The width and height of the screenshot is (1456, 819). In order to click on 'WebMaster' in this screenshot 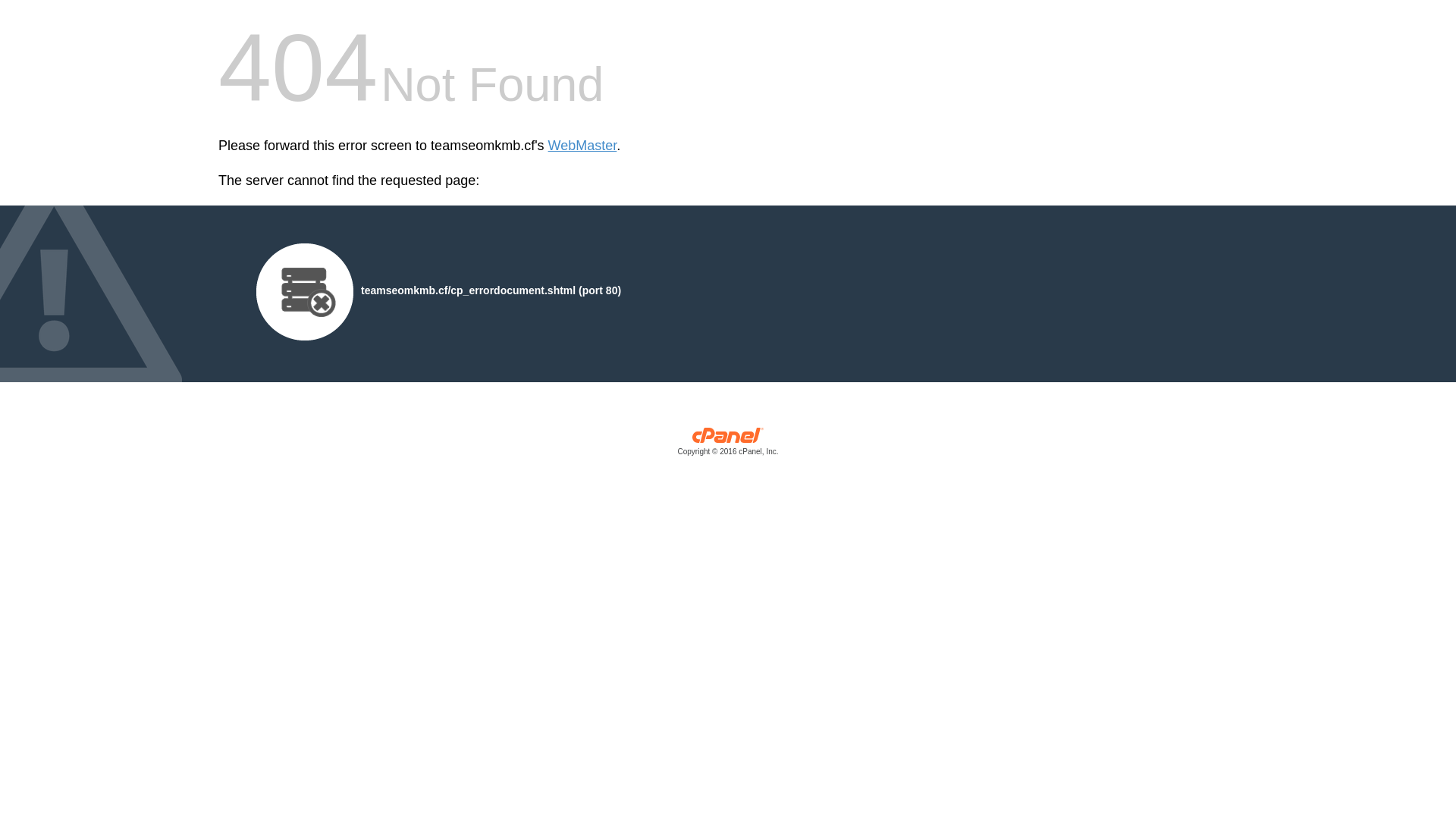, I will do `click(582, 146)`.